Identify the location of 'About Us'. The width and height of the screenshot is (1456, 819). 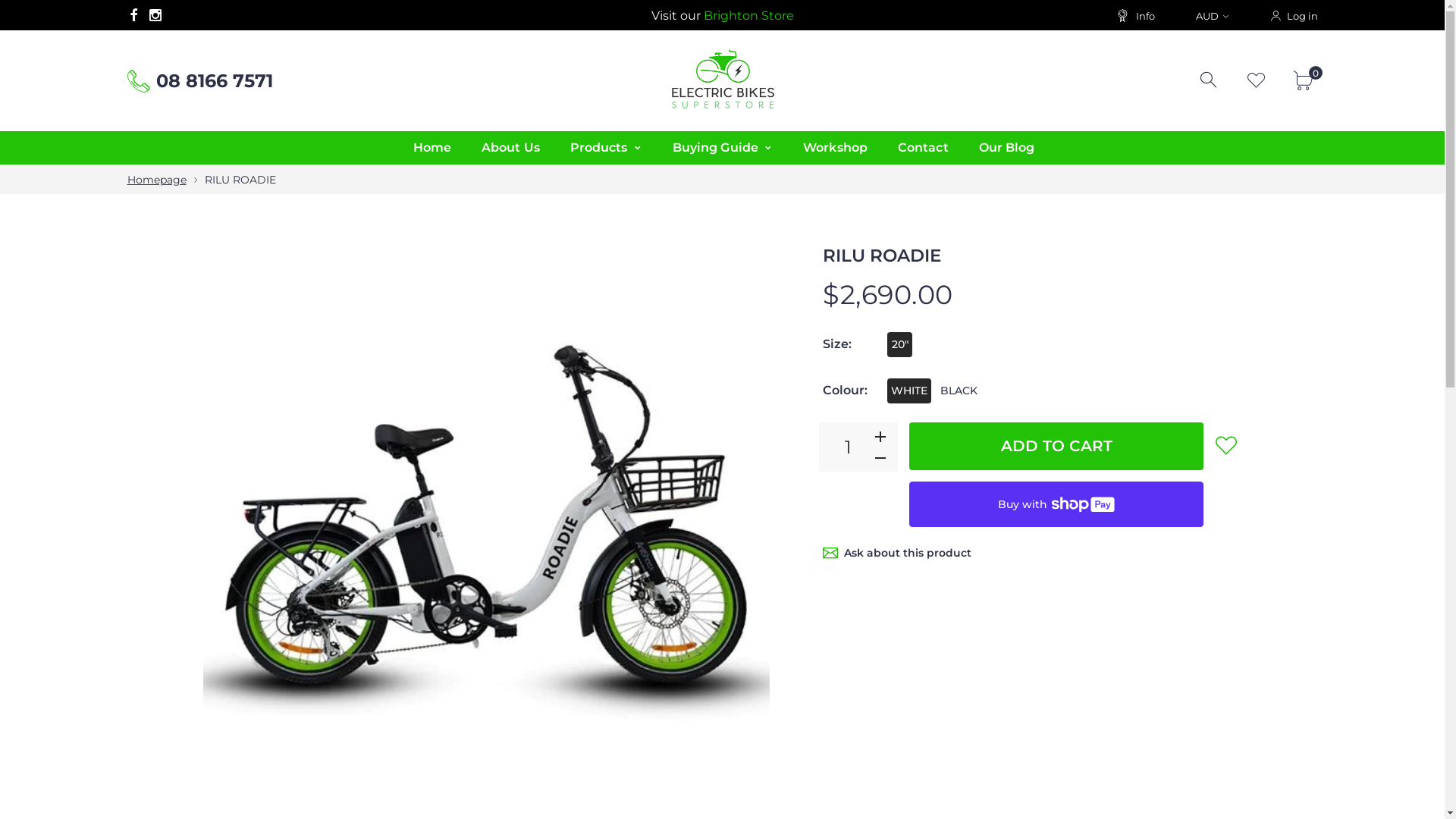
(510, 148).